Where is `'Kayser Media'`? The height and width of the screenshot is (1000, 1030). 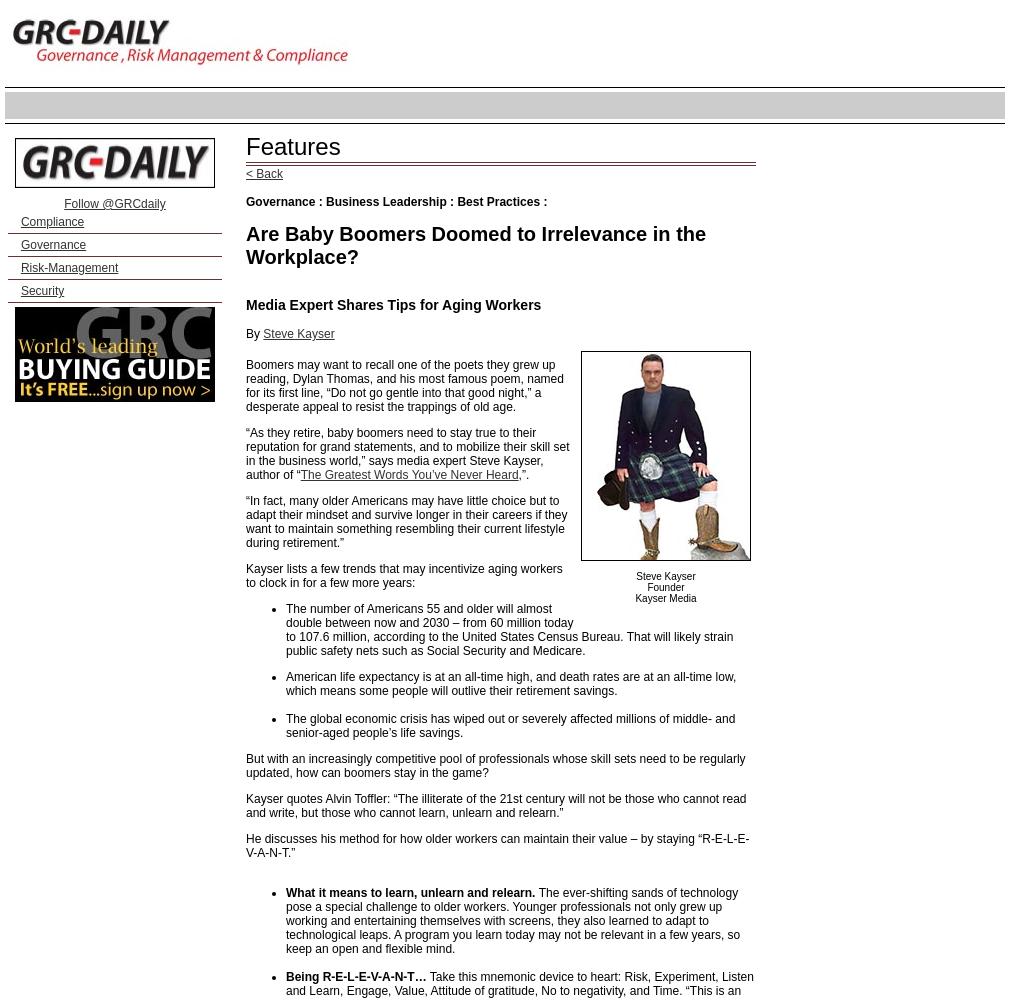
'Kayser Media' is located at coordinates (664, 597).